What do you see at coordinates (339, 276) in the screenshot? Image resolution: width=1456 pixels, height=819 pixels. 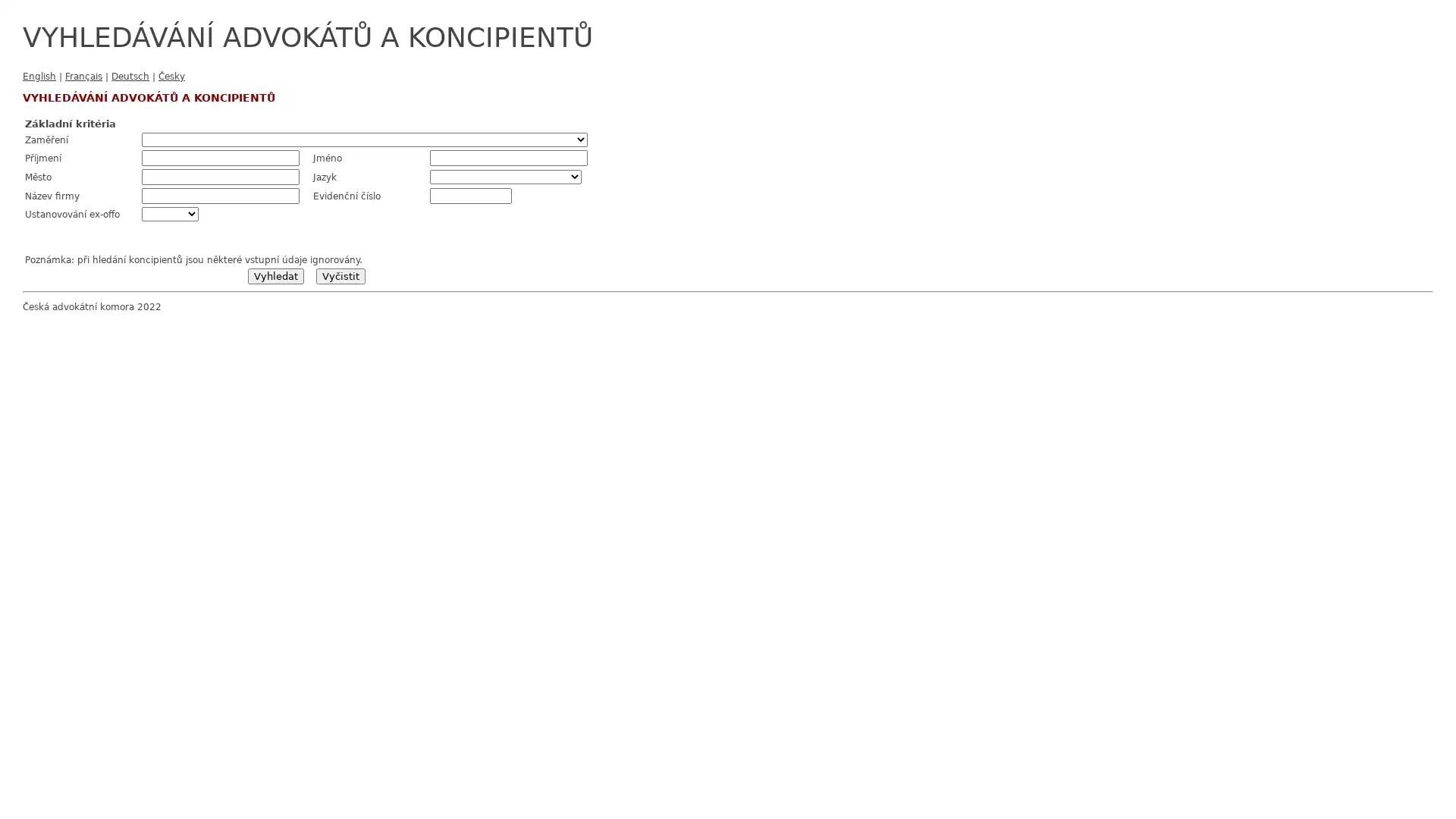 I see `Vycistit` at bounding box center [339, 276].